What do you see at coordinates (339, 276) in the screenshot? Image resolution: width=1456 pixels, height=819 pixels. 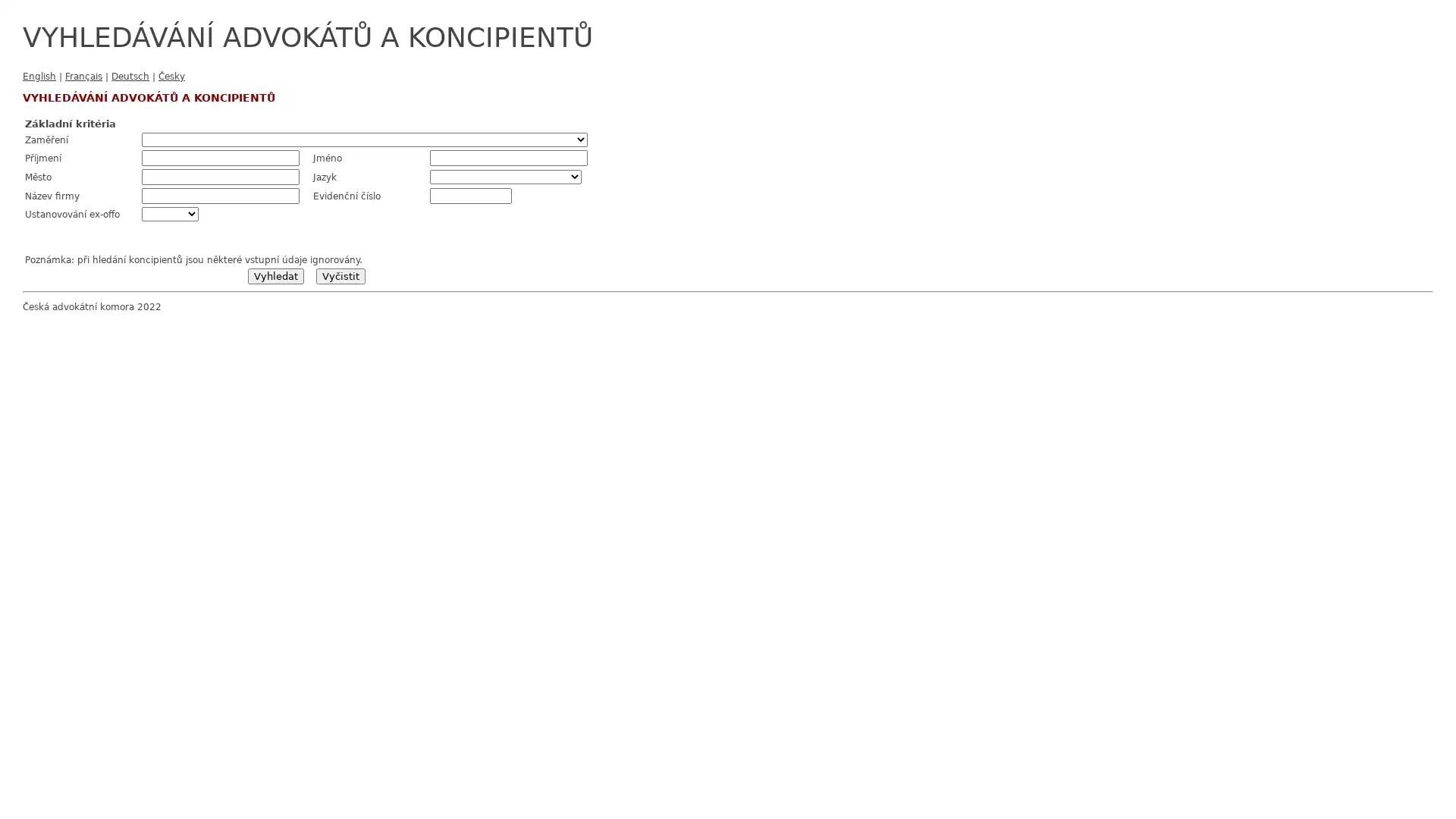 I see `Vycistit` at bounding box center [339, 276].